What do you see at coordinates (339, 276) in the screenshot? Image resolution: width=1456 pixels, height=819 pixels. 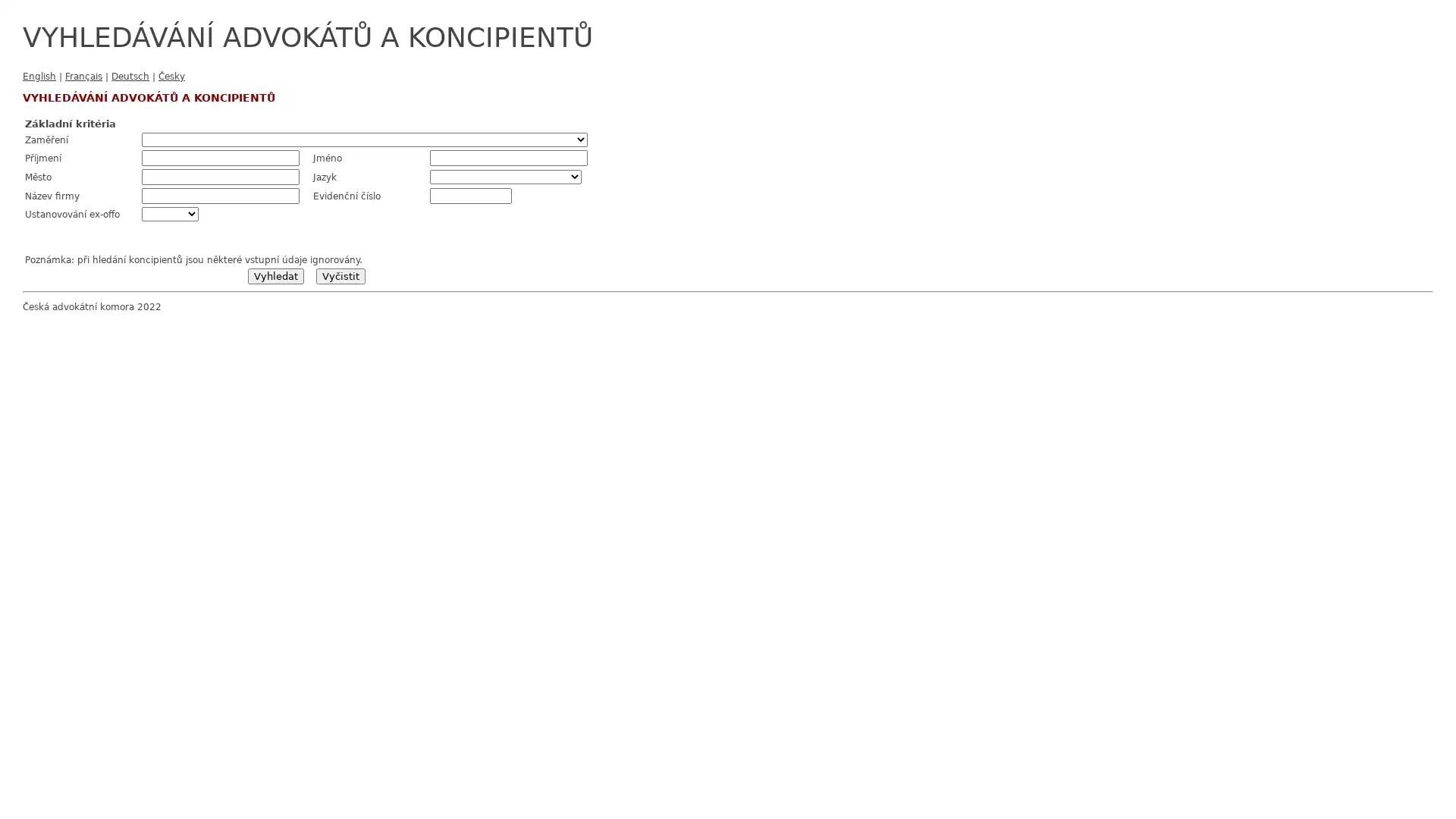 I see `Vycistit` at bounding box center [339, 276].